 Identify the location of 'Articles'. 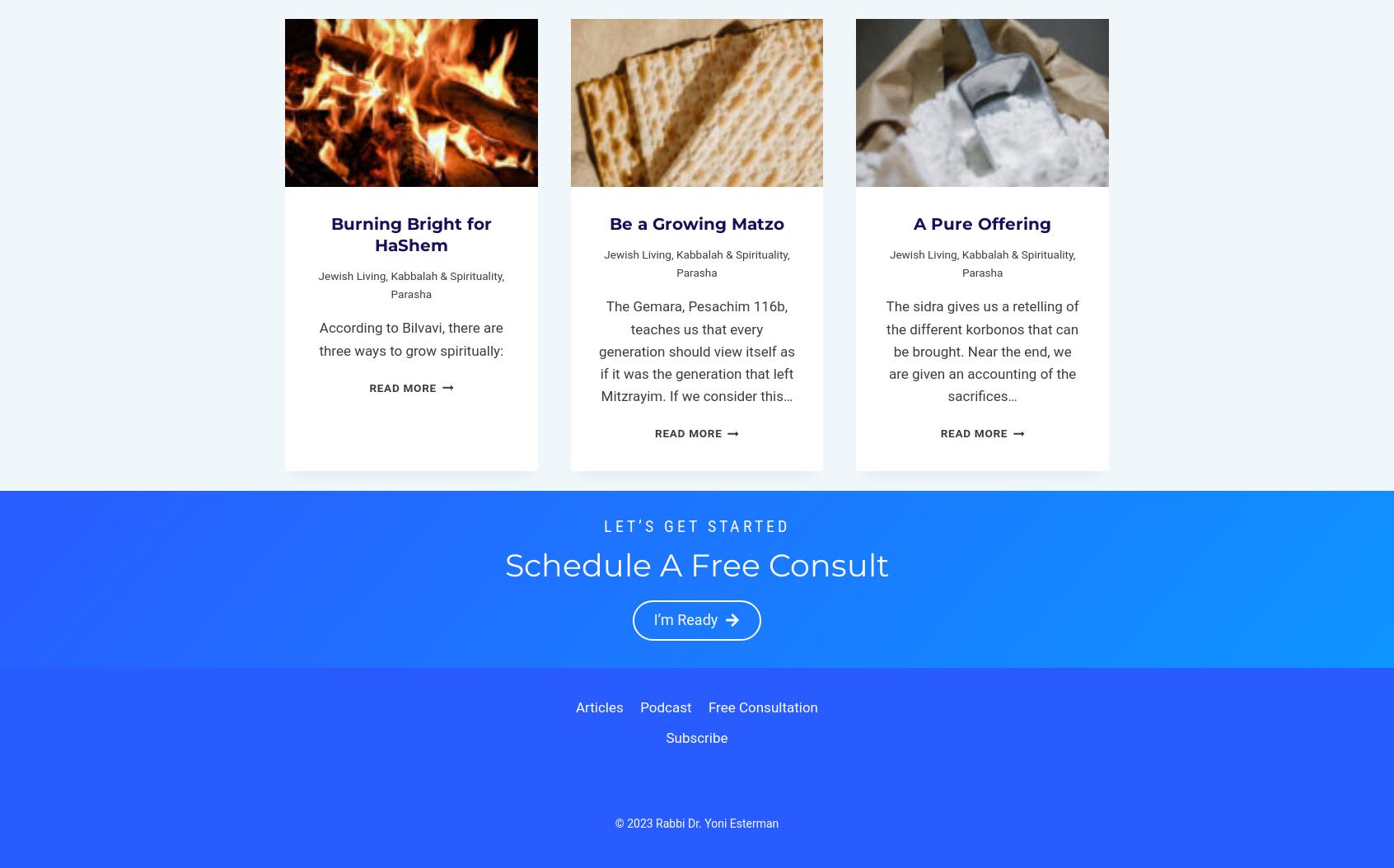
(598, 706).